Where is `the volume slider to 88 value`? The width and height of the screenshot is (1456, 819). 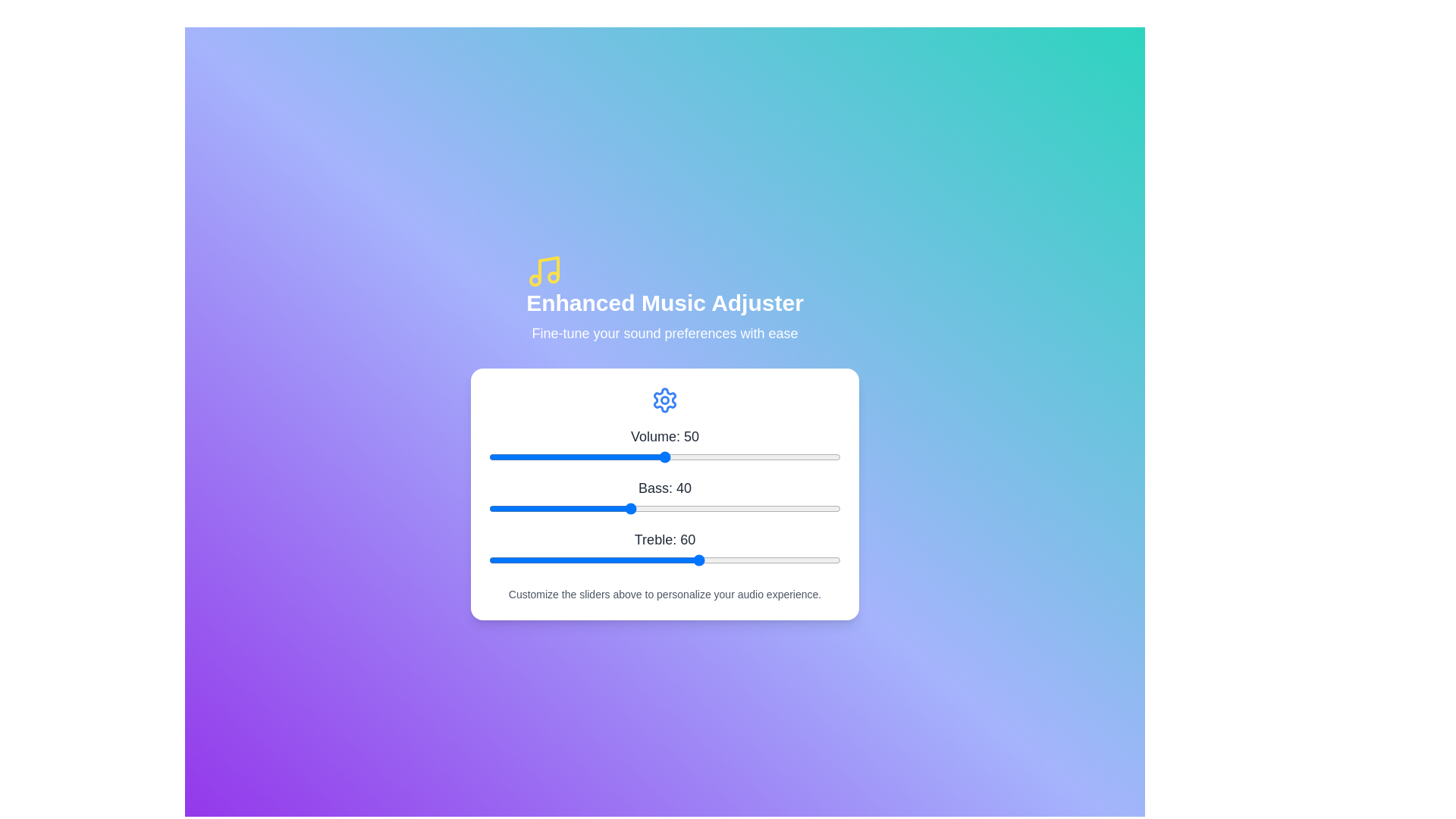
the volume slider to 88 value is located at coordinates (798, 456).